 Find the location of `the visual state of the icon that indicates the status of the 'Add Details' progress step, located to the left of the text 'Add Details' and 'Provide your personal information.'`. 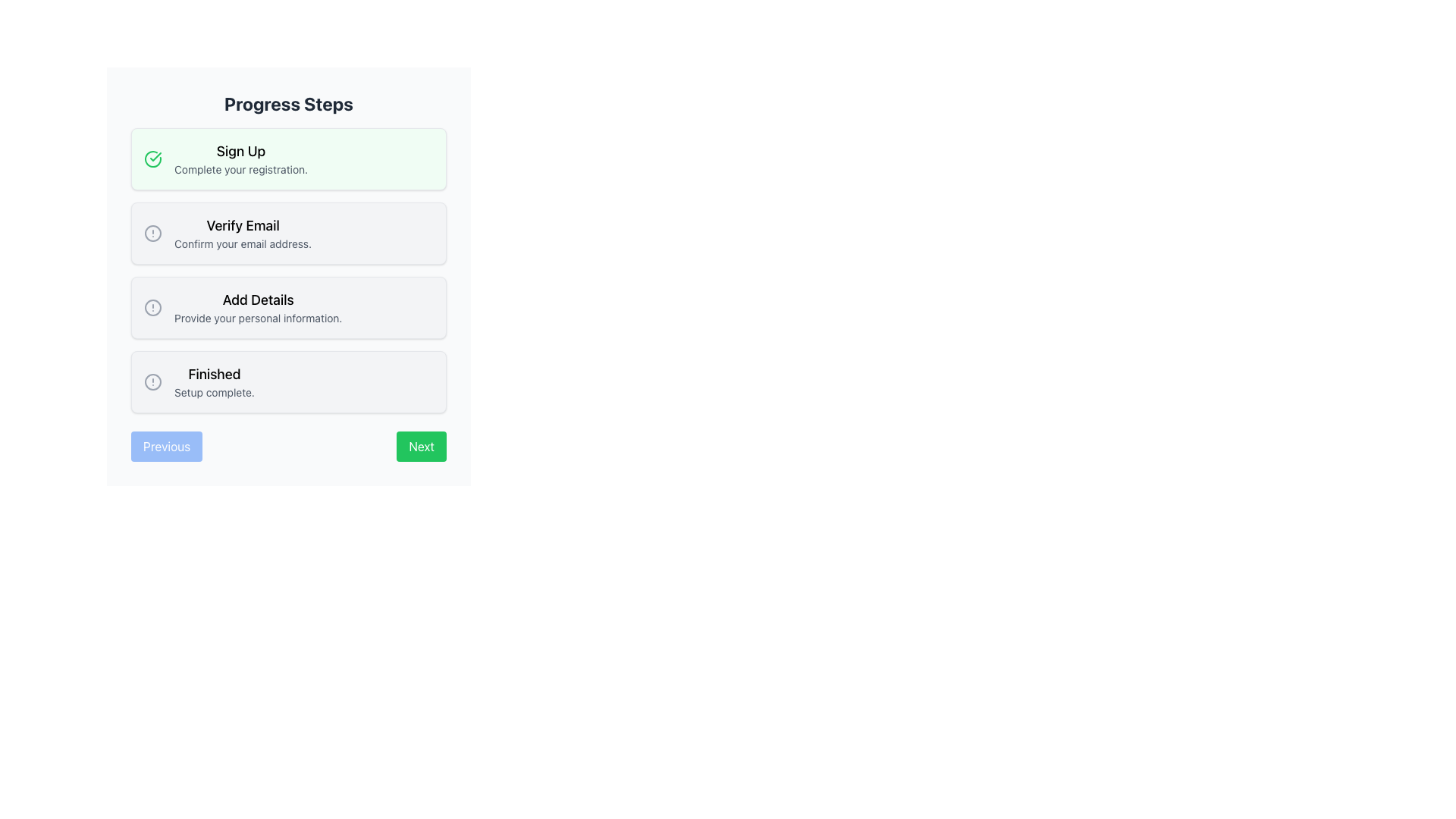

the visual state of the icon that indicates the status of the 'Add Details' progress step, located to the left of the text 'Add Details' and 'Provide your personal information.' is located at coordinates (152, 307).